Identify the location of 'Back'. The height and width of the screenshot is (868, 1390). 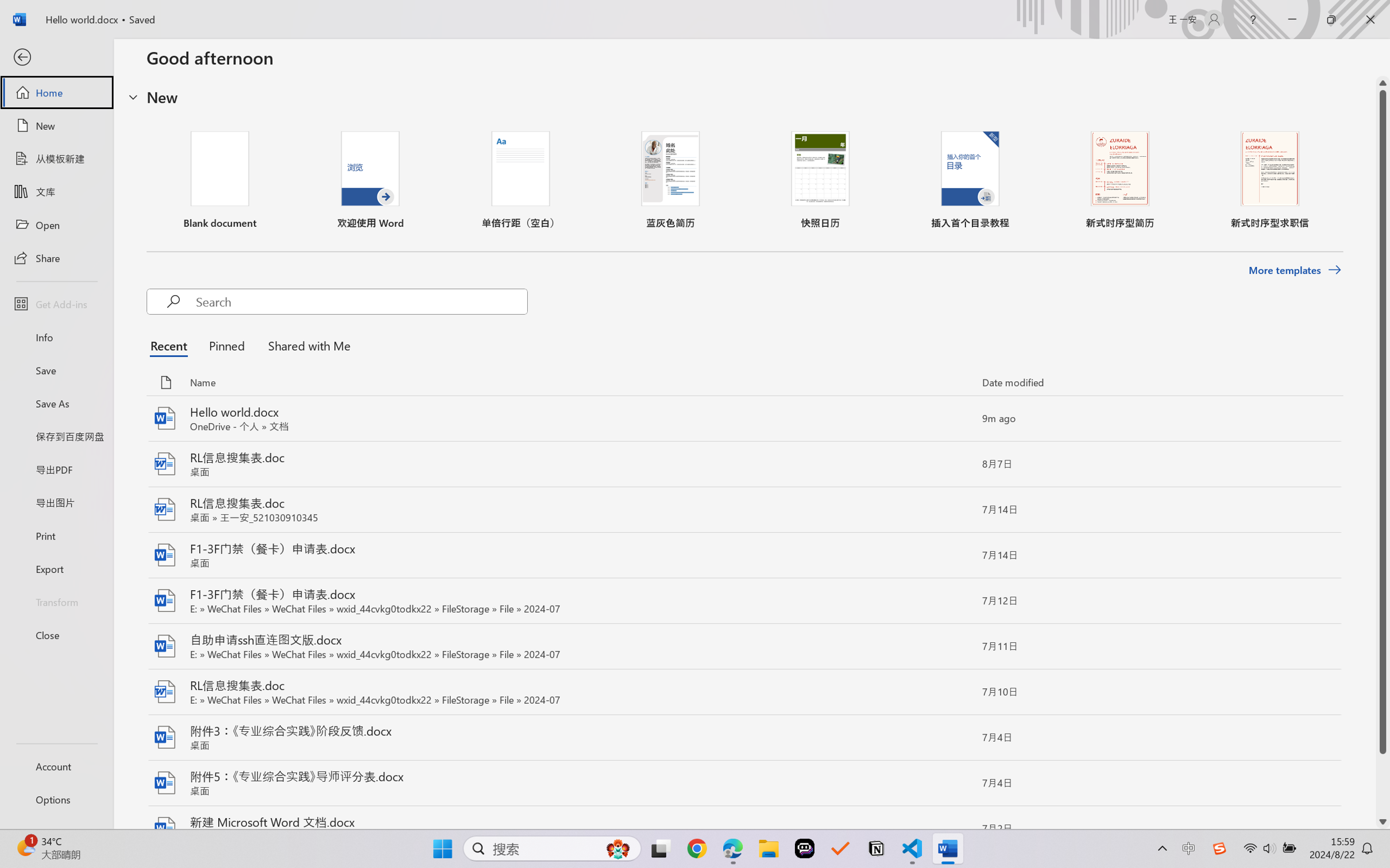
(56, 57).